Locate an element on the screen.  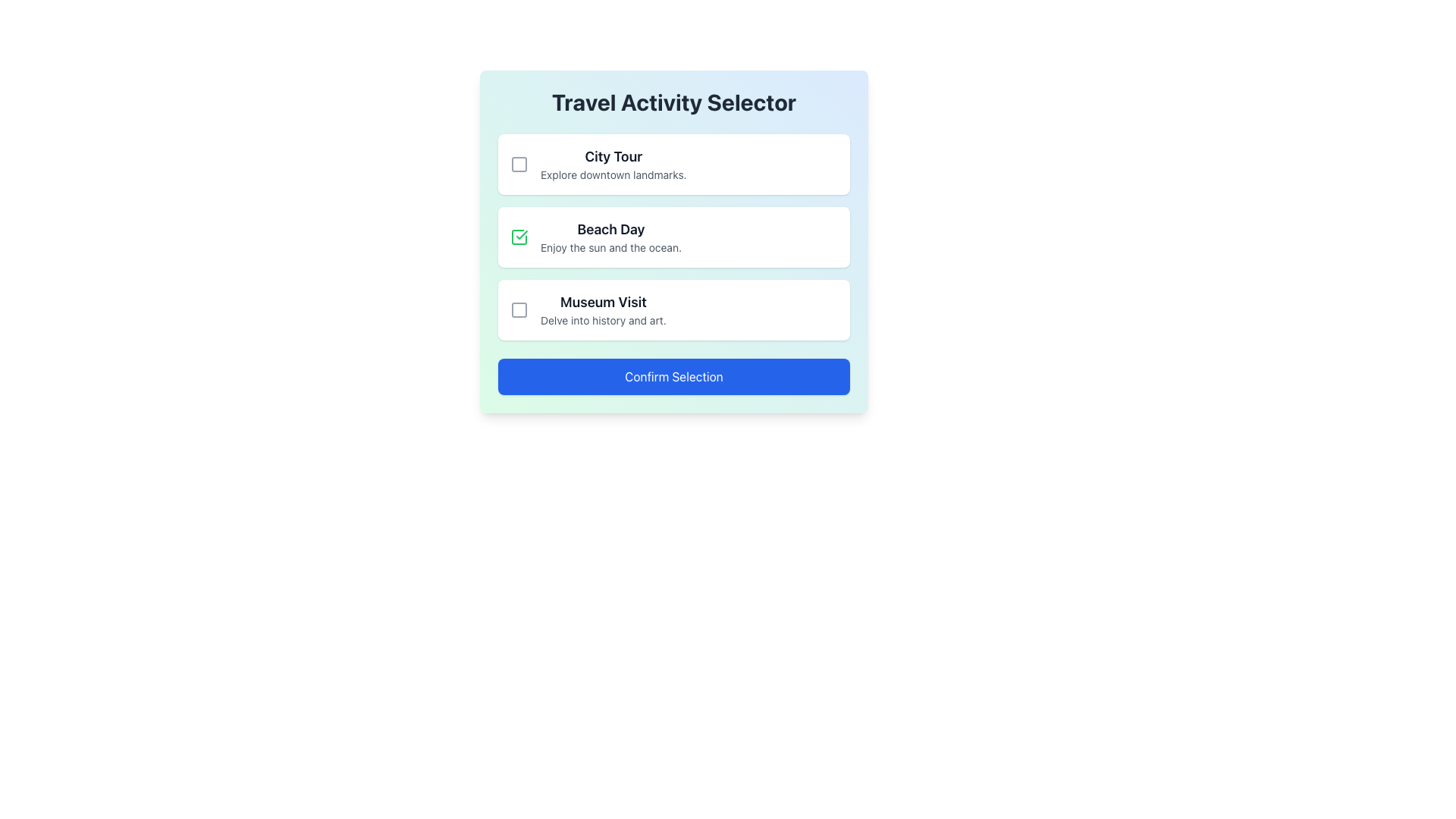
the checkbox in the second card of the 'Travel Activity Selector' is located at coordinates (673, 237).